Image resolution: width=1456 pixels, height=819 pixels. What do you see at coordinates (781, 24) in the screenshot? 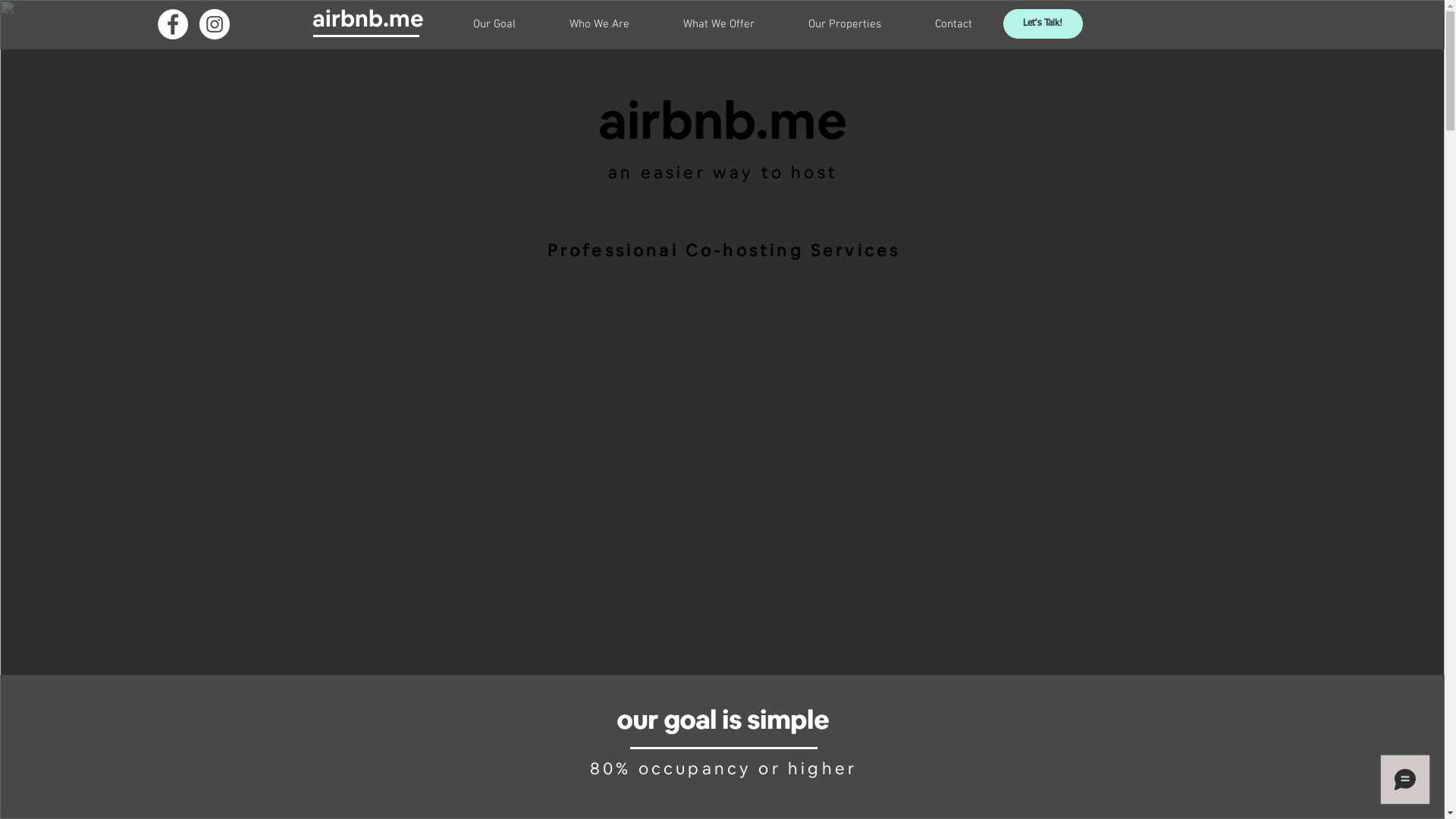
I see `'Our Properties'` at bounding box center [781, 24].